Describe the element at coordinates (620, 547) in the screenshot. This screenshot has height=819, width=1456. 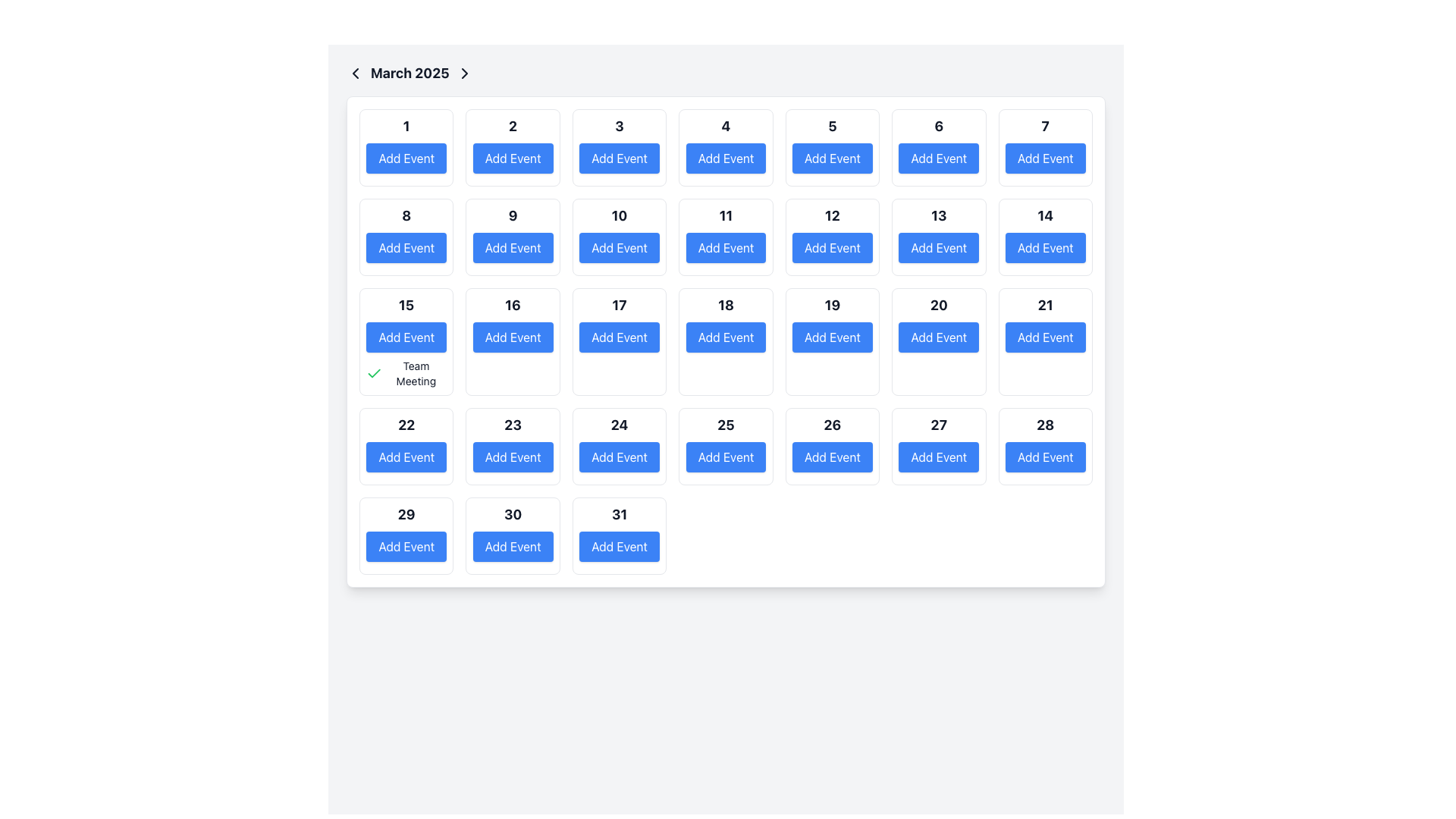
I see `the 'Add Event' button with a vibrant blue background located in the calendar cell for the date '31' to change its shade` at that location.